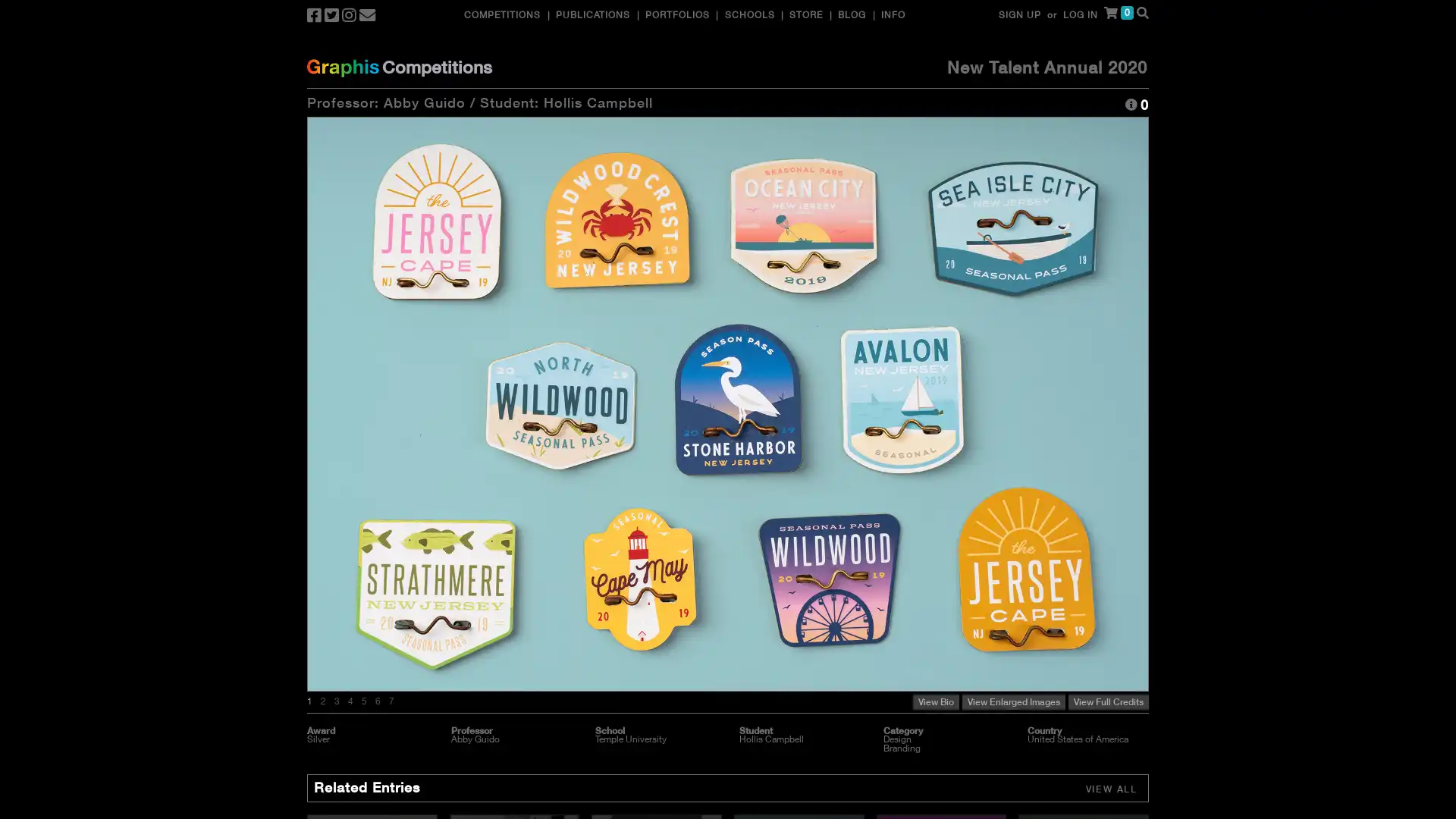 The width and height of the screenshot is (1456, 819). I want to click on Next, so click(1021, 403).